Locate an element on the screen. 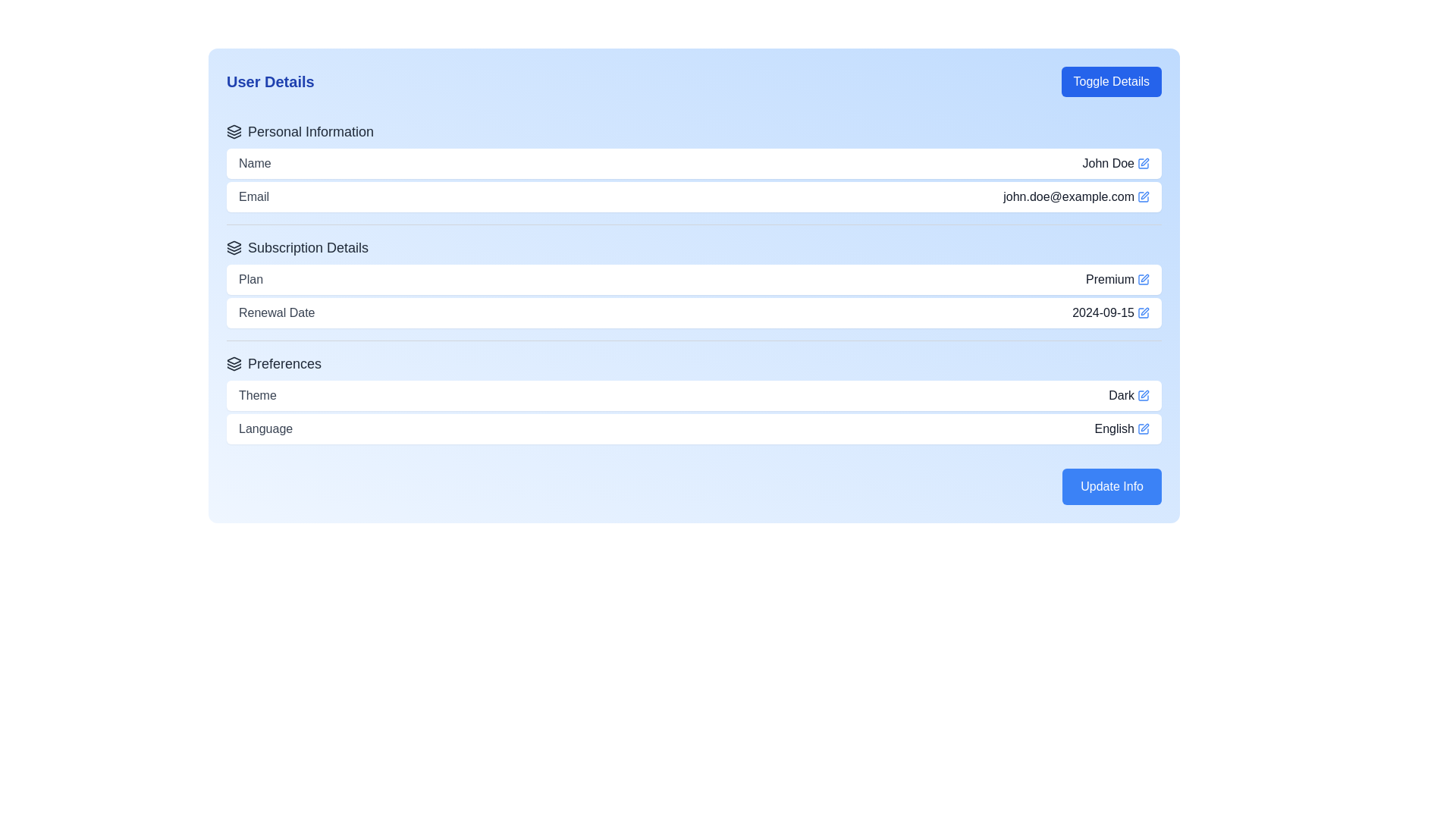 The height and width of the screenshot is (819, 1456). the text label indicating 'Dark' mode selected in the 'Theme' section is located at coordinates (1129, 394).